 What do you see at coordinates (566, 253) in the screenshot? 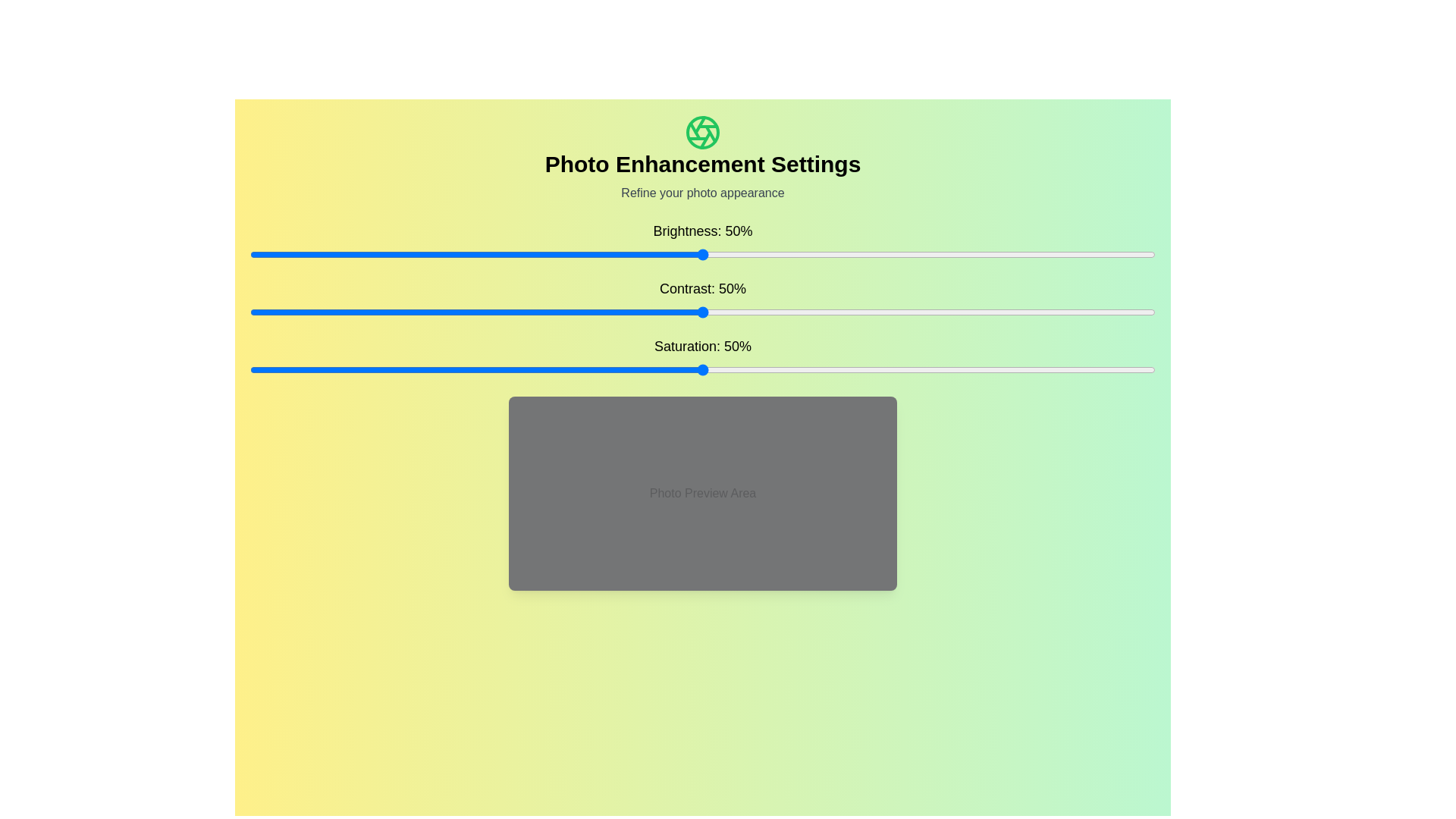
I see `the brightness slider to set the brightness to 35%` at bounding box center [566, 253].